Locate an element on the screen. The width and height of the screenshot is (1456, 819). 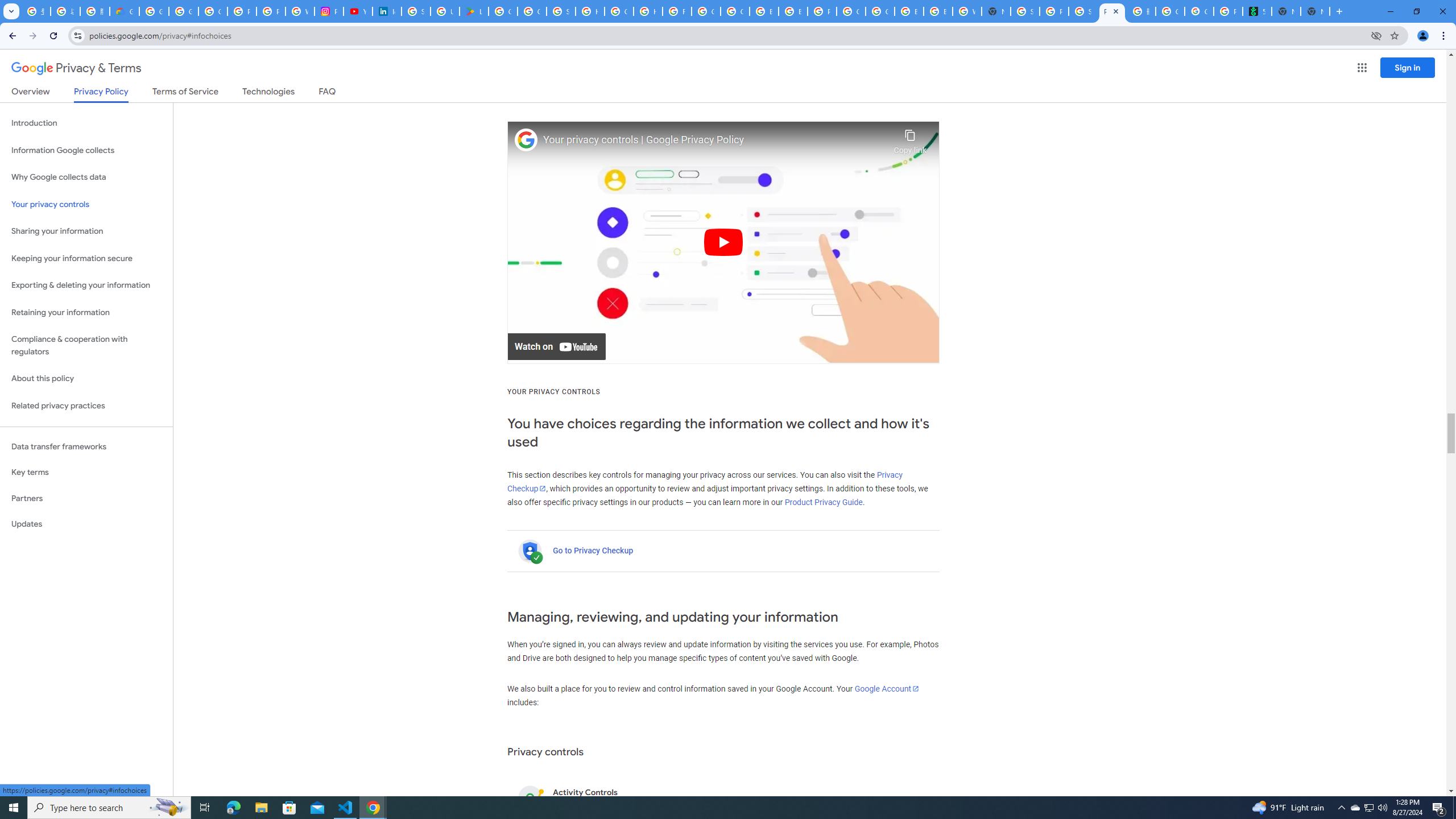
'YouTube Culture & Trends - On The Rise: Handcam Videos' is located at coordinates (357, 11).